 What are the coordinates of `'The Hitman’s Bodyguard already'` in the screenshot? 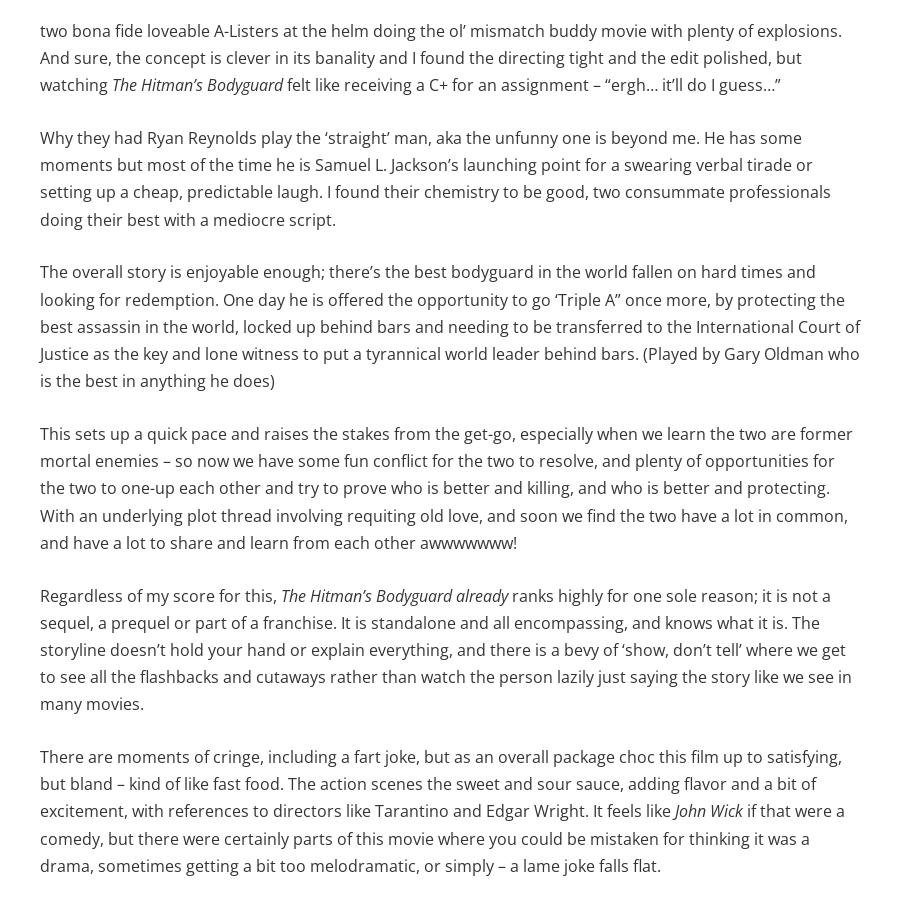 It's located at (279, 595).